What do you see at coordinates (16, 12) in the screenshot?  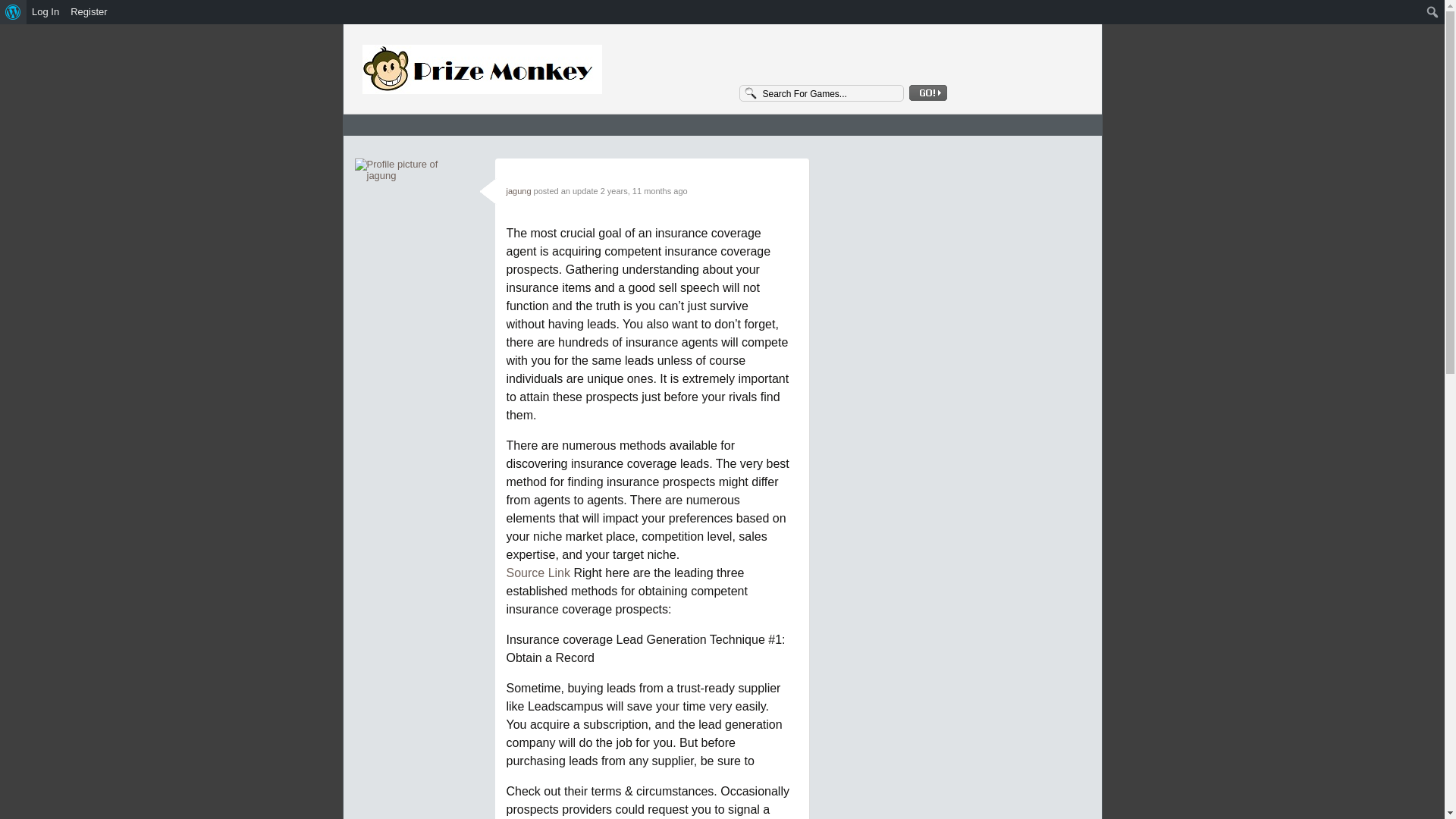 I see `'Search'` at bounding box center [16, 12].